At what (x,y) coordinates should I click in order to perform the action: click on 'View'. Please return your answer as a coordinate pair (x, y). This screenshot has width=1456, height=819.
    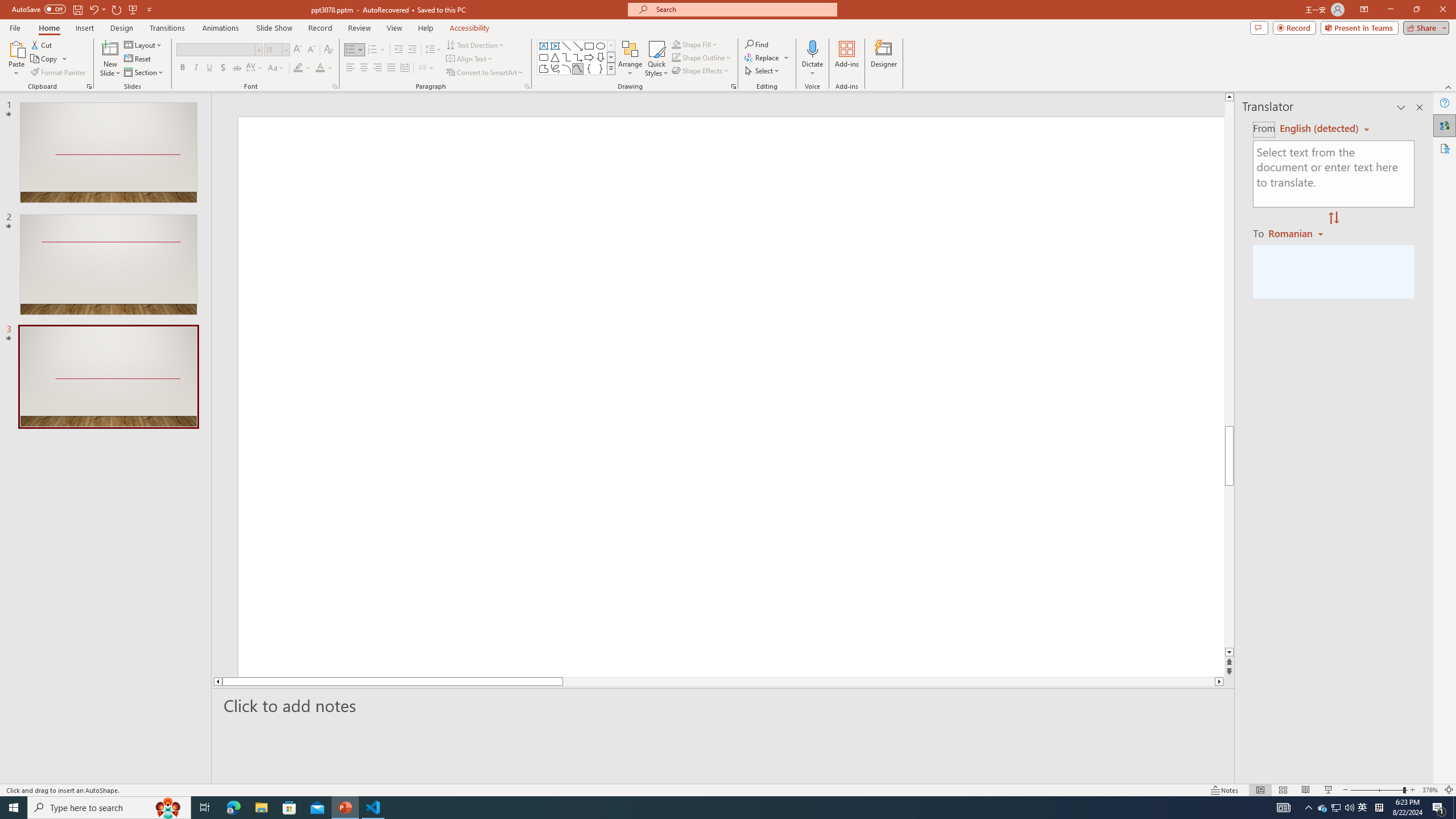
    Looking at the image, I should click on (395, 28).